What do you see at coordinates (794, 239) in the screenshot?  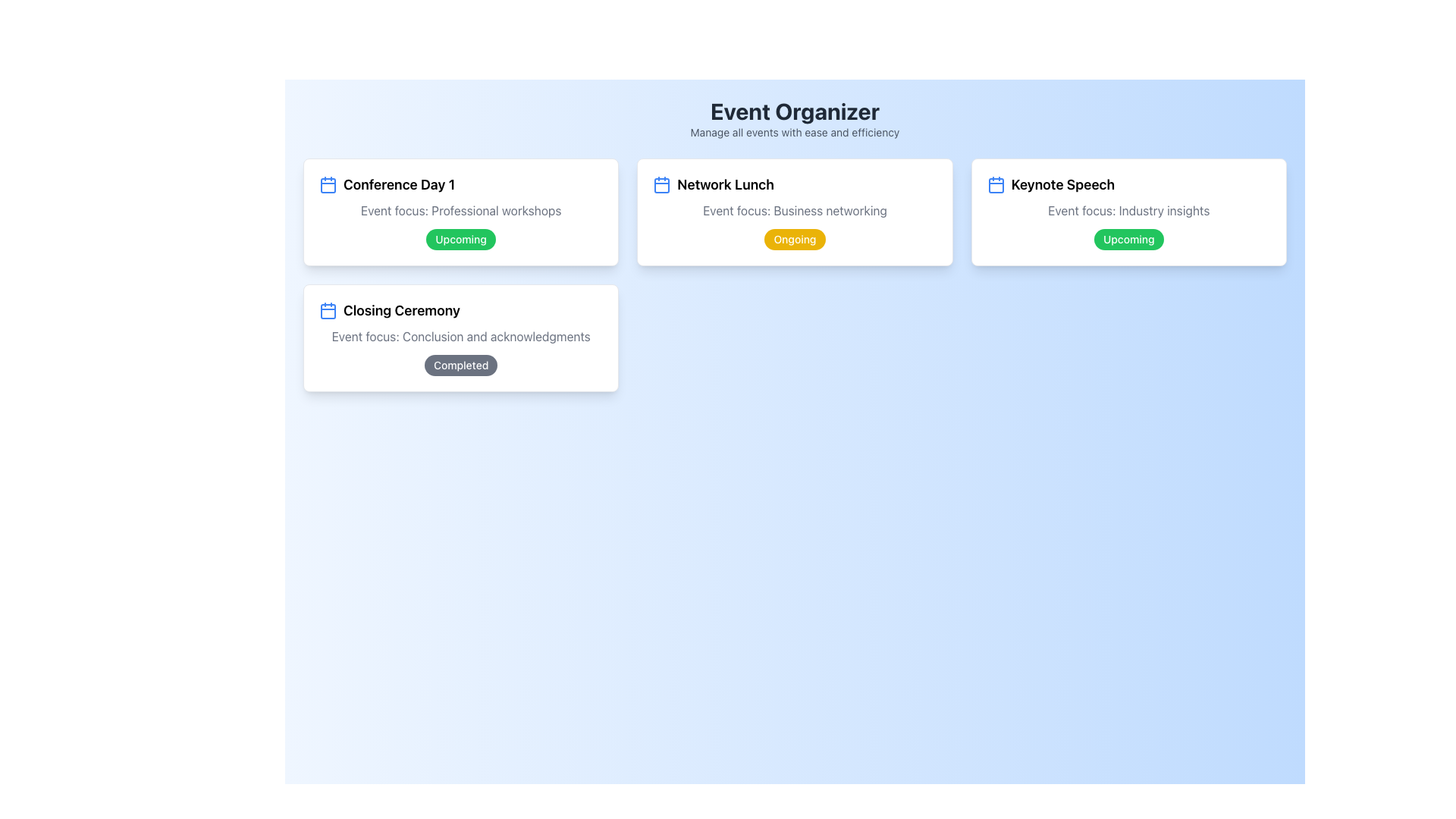 I see `the status indicator label showing 'Ongoing' within the 'Network Lunch' card, located under 'Event focus: Business networking'` at bounding box center [794, 239].